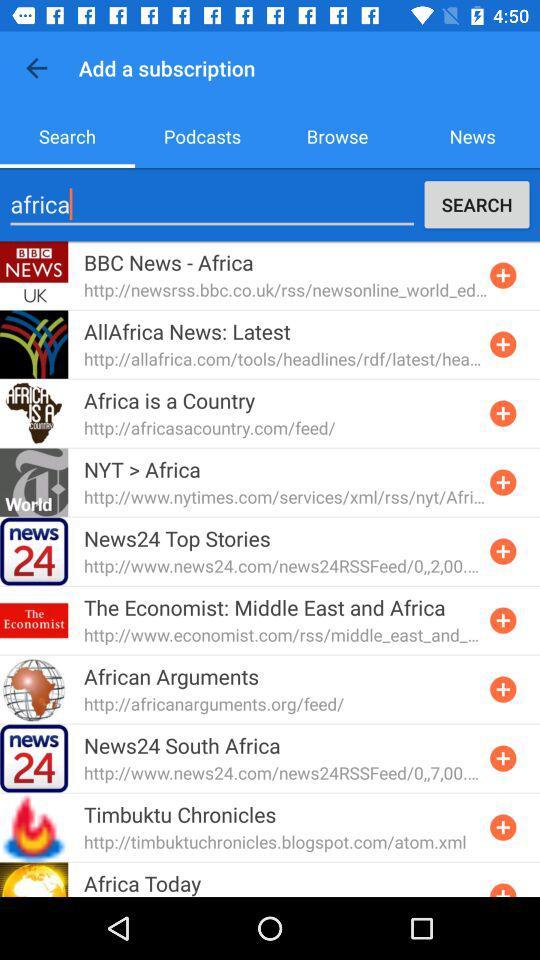 The image size is (540, 960). What do you see at coordinates (502, 274) in the screenshot?
I see `switch include option` at bounding box center [502, 274].